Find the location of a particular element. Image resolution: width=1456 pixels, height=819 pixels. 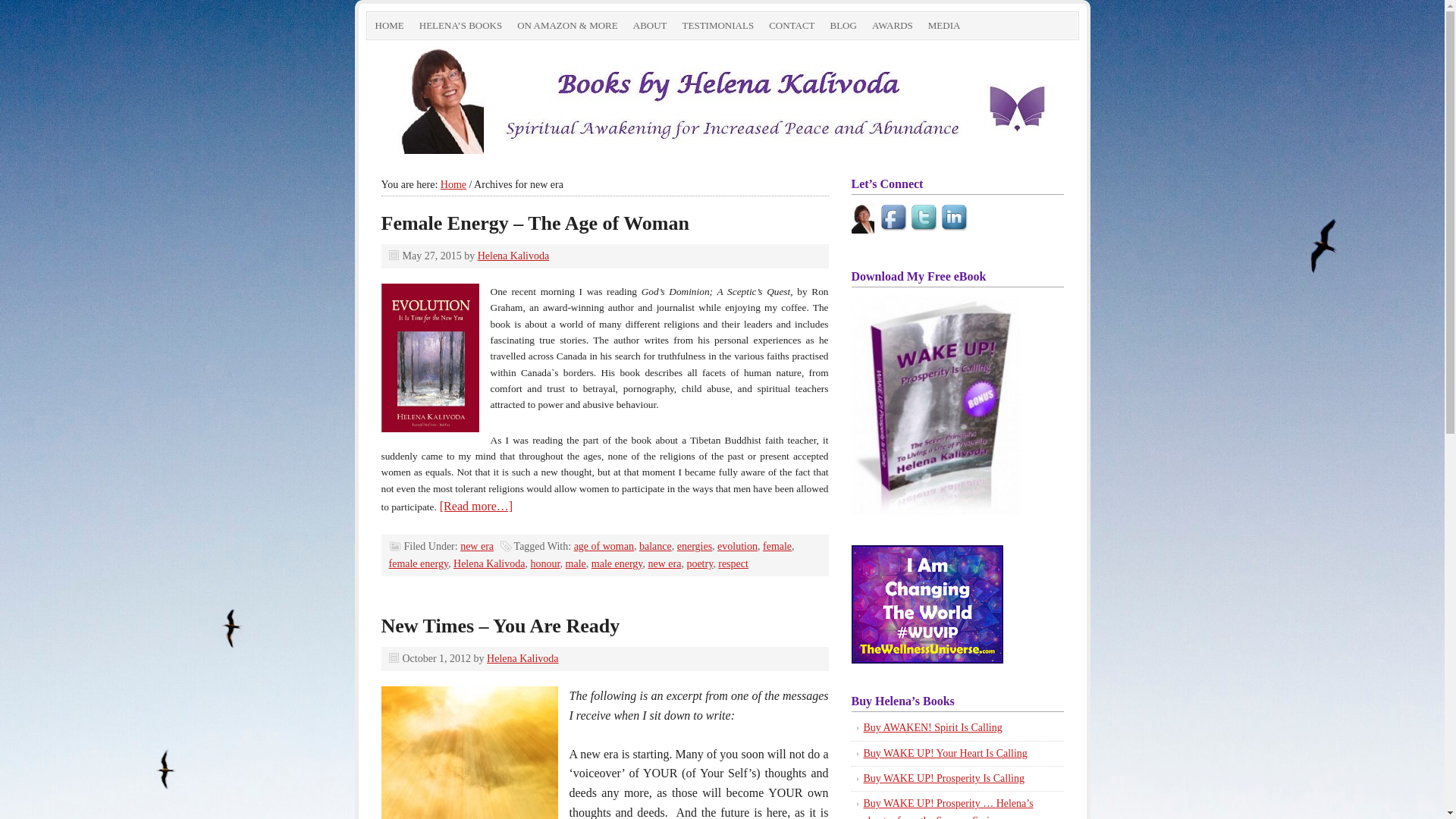

'respect' is located at coordinates (717, 563).